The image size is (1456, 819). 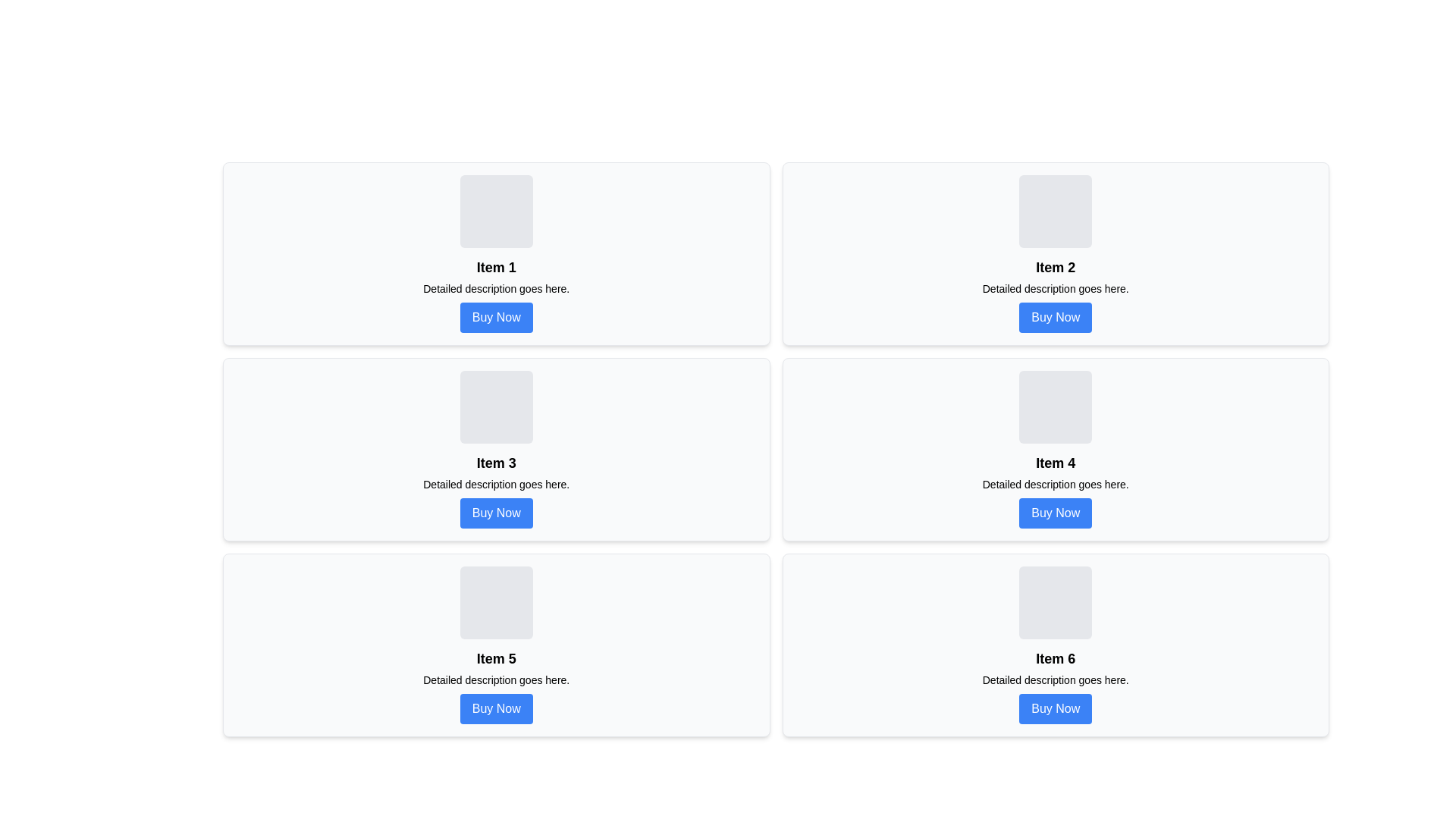 I want to click on the 'Buy Now' button, which is a rectangular button with white text on a blue background, located in the lower part of the 'Item 3' card, so click(x=496, y=513).